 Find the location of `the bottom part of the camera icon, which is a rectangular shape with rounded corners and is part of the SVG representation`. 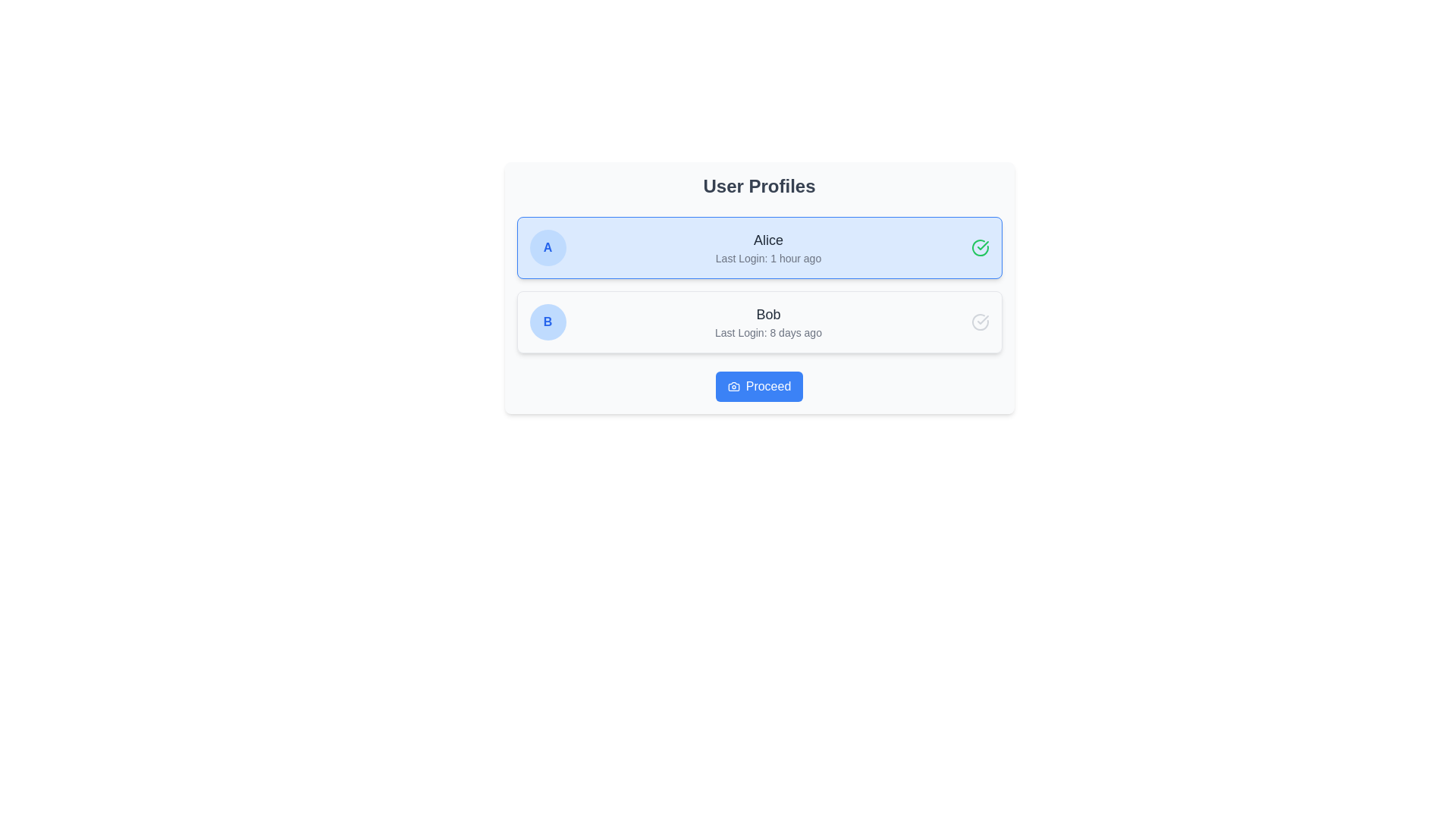

the bottom part of the camera icon, which is a rectangular shape with rounded corners and is part of the SVG representation is located at coordinates (733, 385).